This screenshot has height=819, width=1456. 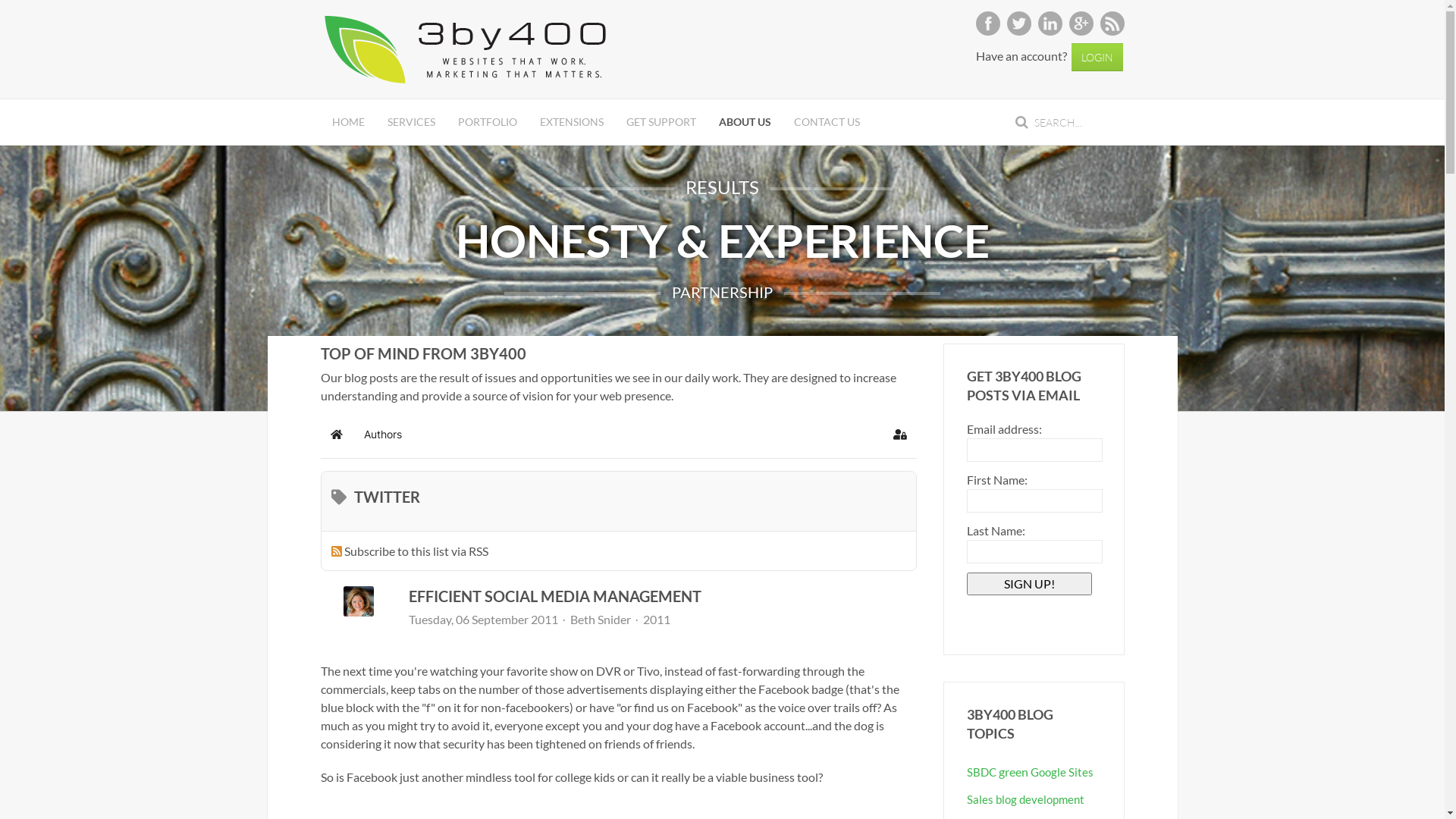 I want to click on '2011', so click(x=656, y=620).